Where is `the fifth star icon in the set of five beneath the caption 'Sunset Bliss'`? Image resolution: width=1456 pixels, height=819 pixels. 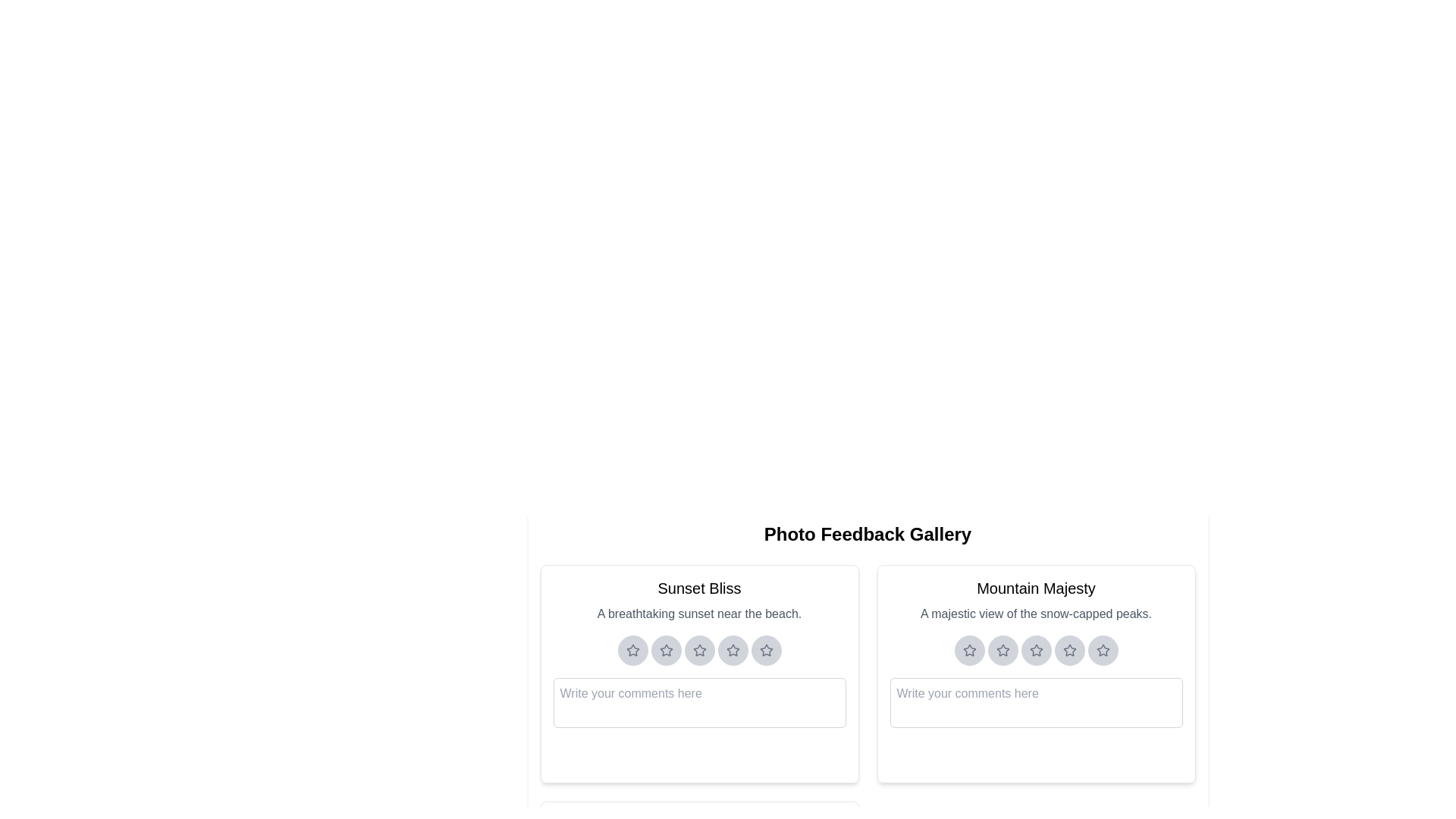
the fifth star icon in the set of five beneath the caption 'Sunset Bliss' is located at coordinates (766, 649).